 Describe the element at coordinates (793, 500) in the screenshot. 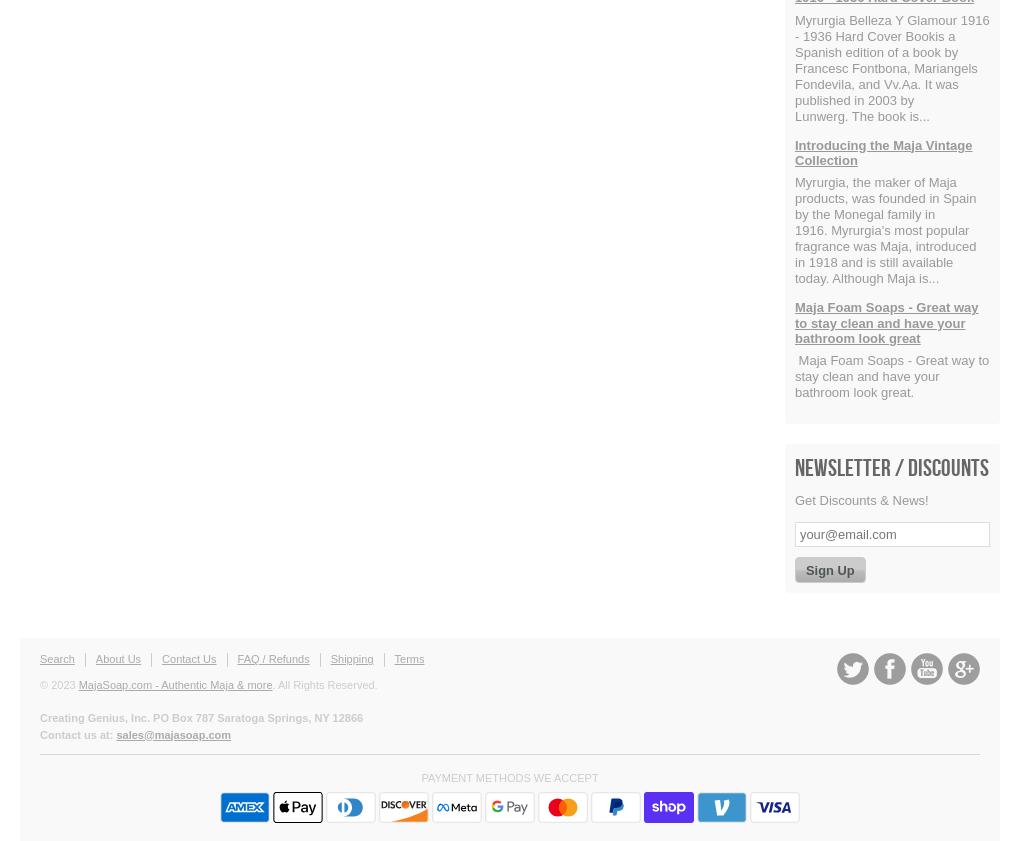

I see `'Get Discounts & News!'` at that location.